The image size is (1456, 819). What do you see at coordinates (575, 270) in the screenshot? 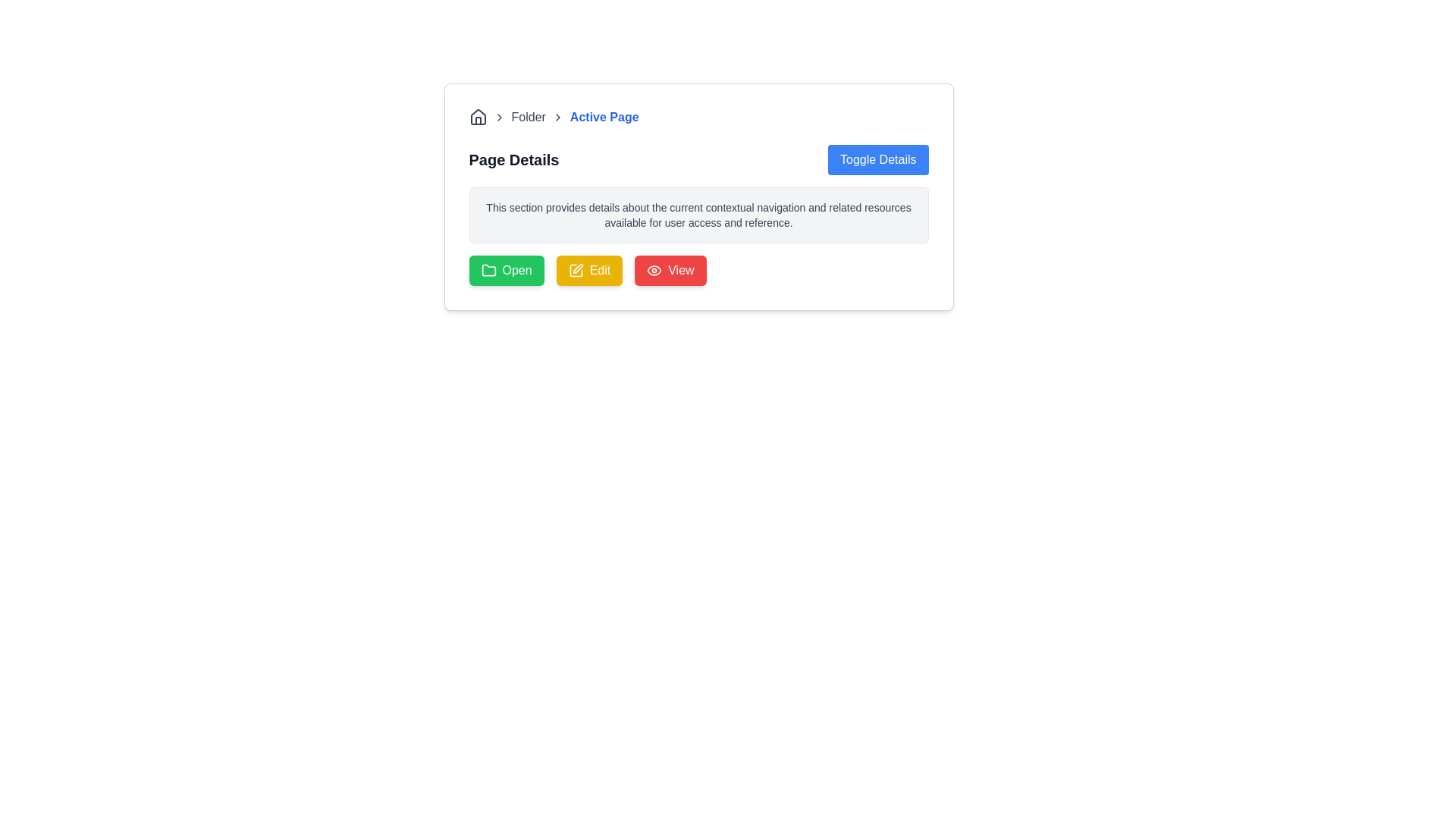
I see `the pencil icon with a yellow background inside the 'Edit' button, which is the second button in the row of buttons at the bottom of the card` at bounding box center [575, 270].